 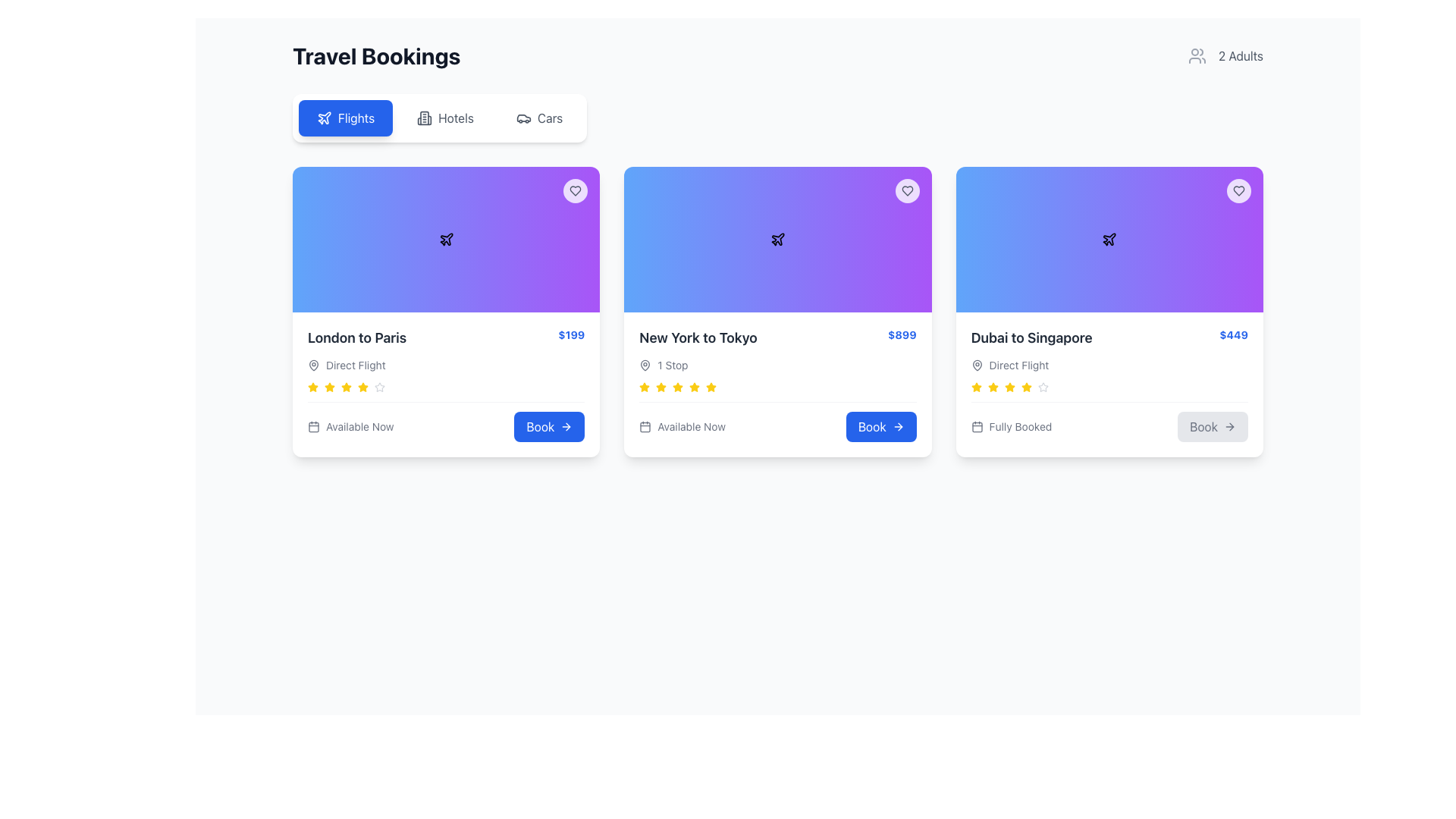 What do you see at coordinates (661, 386) in the screenshot?
I see `assistive technologies` at bounding box center [661, 386].